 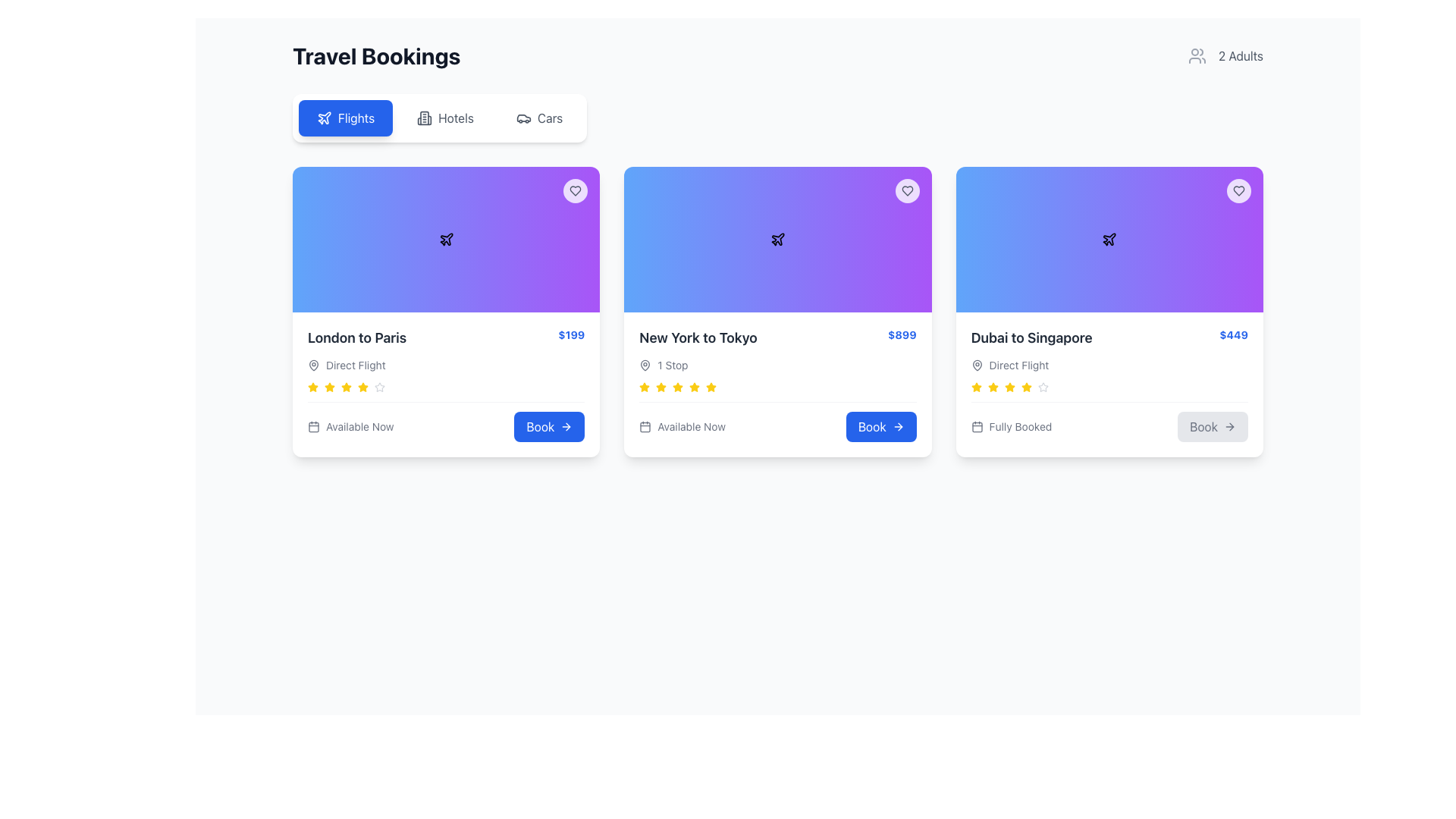 What do you see at coordinates (661, 386) in the screenshot?
I see `assistive technologies` at bounding box center [661, 386].